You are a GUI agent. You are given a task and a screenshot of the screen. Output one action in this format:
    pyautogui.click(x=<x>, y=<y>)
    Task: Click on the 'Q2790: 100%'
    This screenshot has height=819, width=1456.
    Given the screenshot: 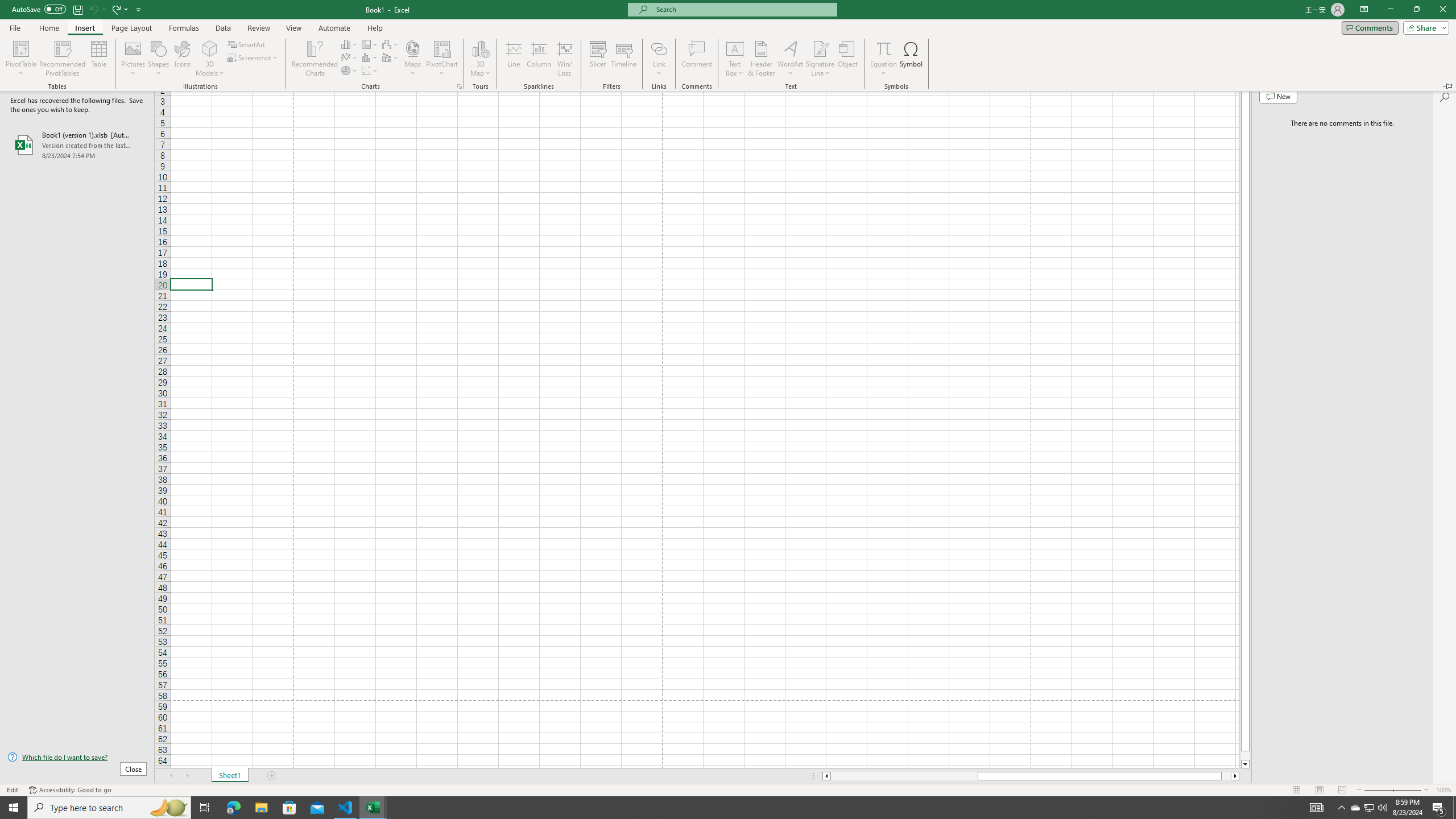 What is the action you would take?
    pyautogui.click(x=1381, y=806)
    